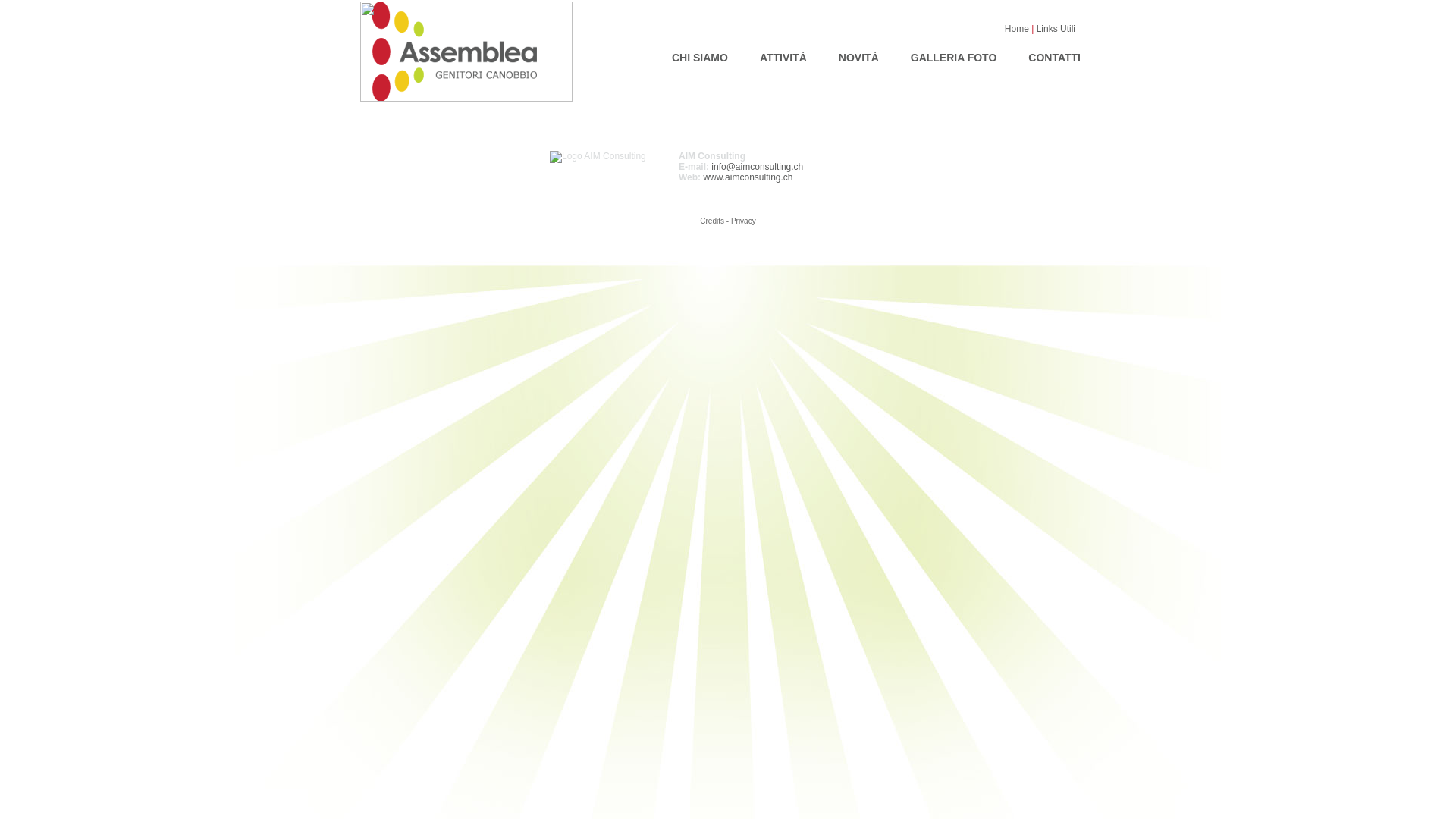 Image resolution: width=1456 pixels, height=819 pixels. I want to click on 'GALLERIA FOTO', so click(952, 55).